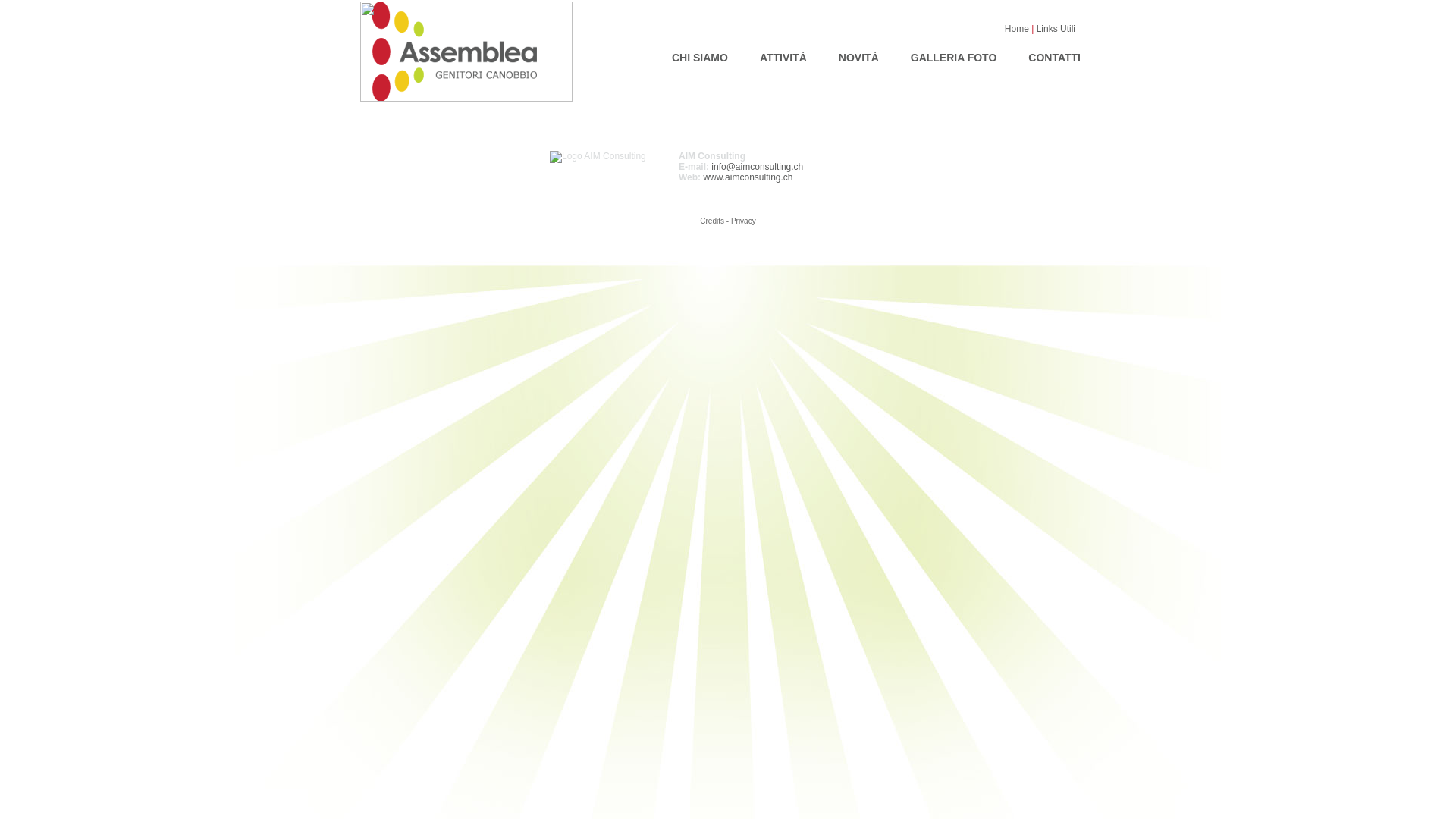 Image resolution: width=1456 pixels, height=819 pixels. I want to click on 'GALLERIA FOTO', so click(952, 55).